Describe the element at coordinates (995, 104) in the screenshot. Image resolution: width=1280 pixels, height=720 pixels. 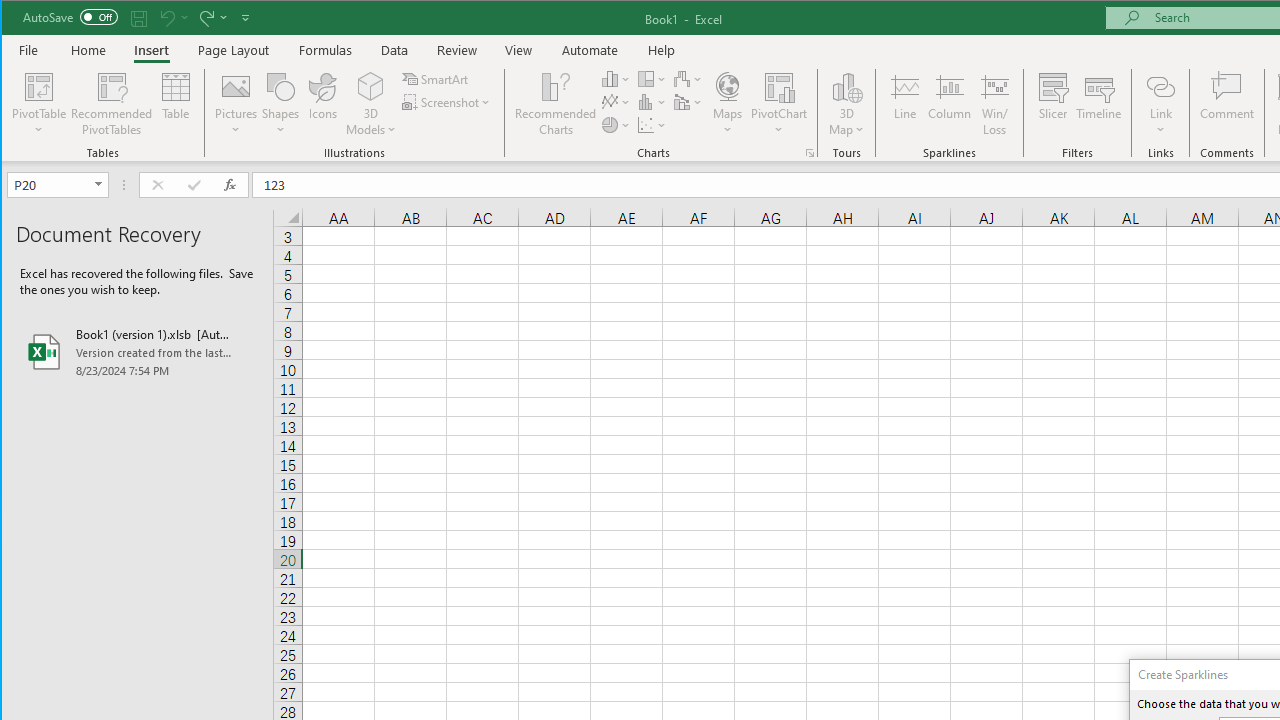
I see `'Win/Loss'` at that location.